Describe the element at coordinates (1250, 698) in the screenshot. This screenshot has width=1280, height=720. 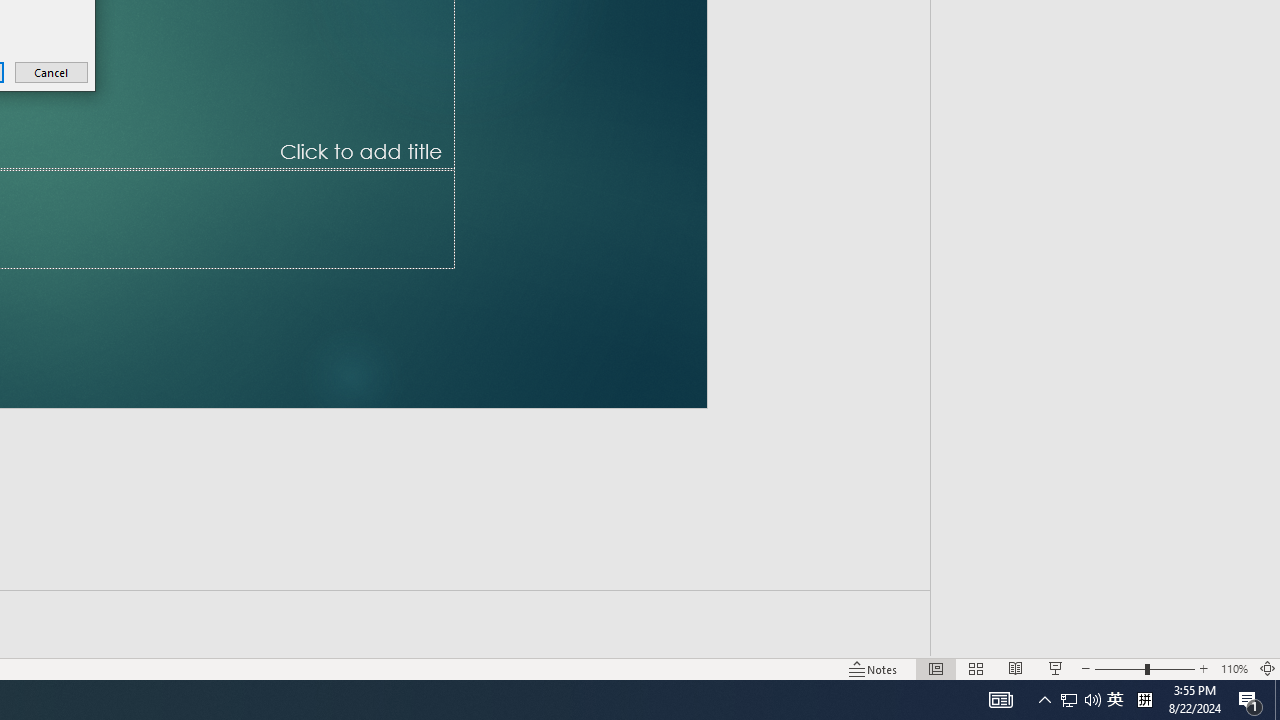
I see `'Action Center, 1 new notification'` at that location.